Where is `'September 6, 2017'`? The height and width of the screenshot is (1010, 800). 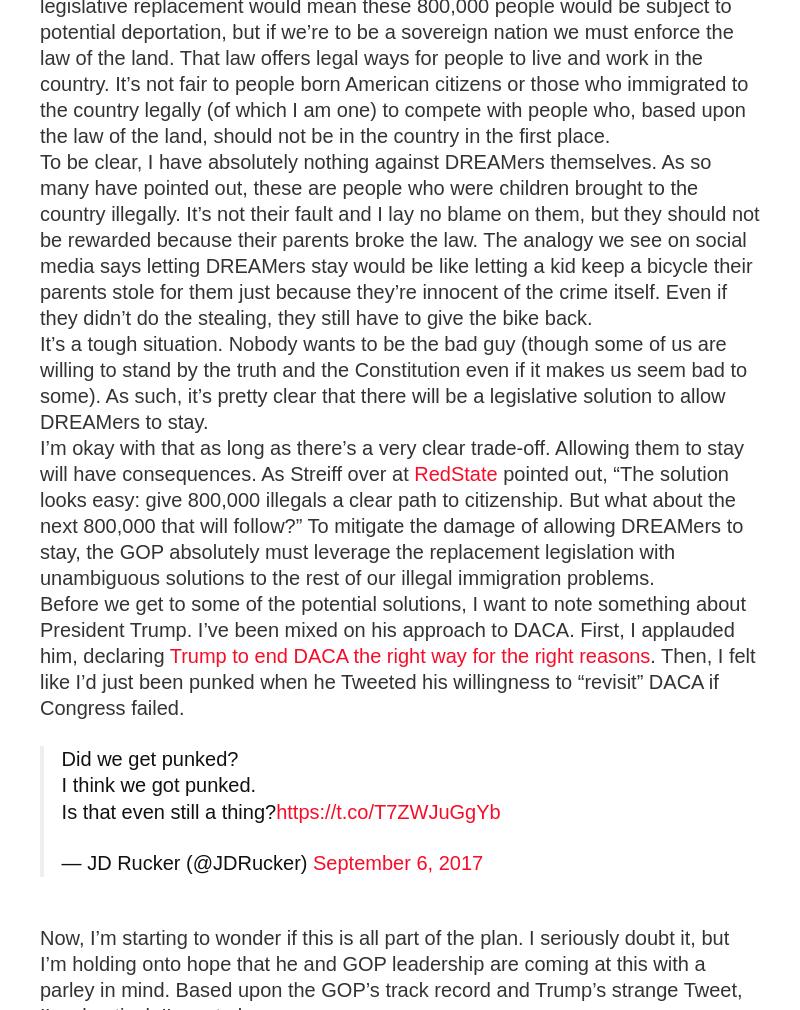
'September 6, 2017' is located at coordinates (397, 863).